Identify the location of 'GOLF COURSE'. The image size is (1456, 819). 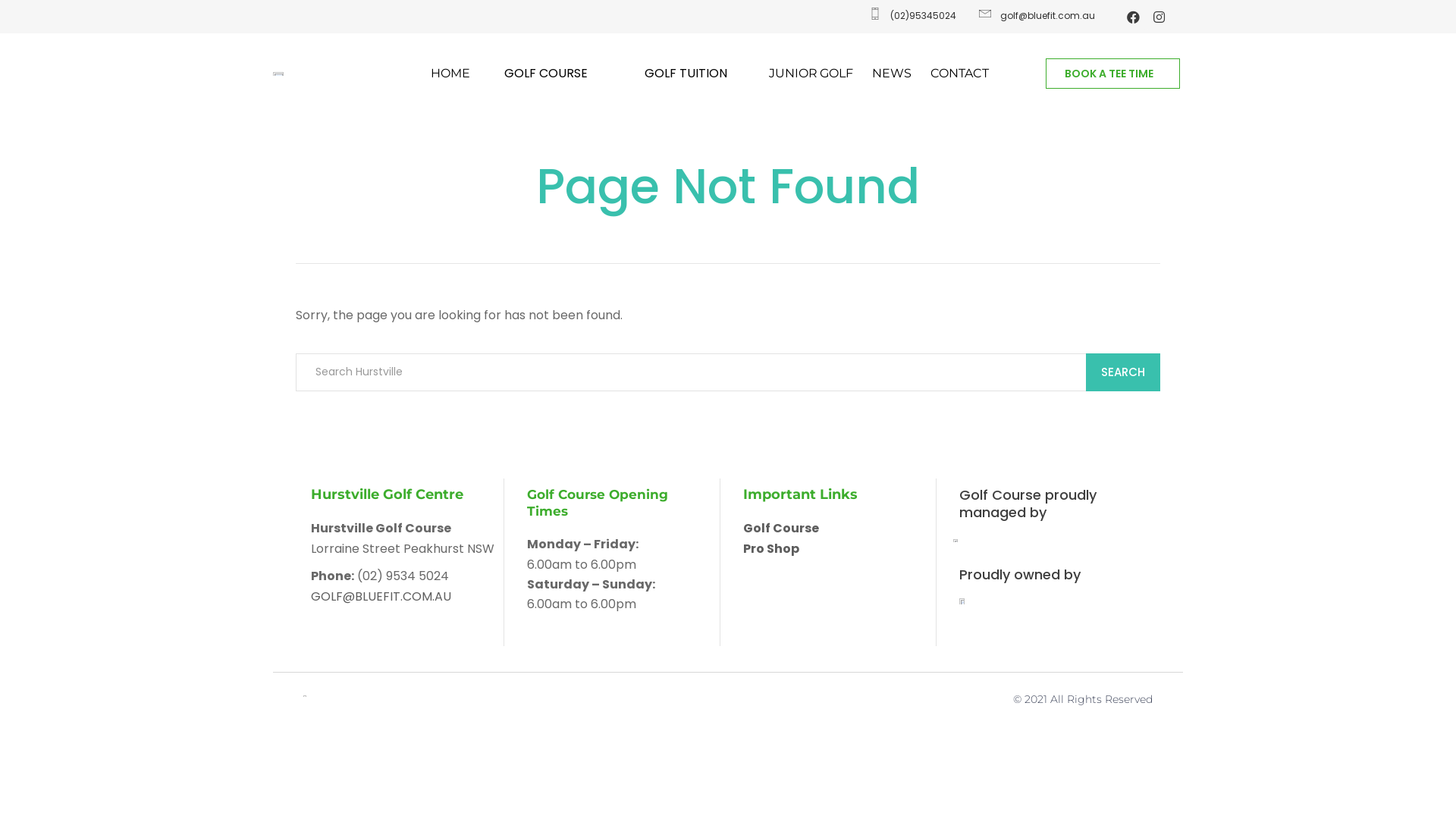
(548, 73).